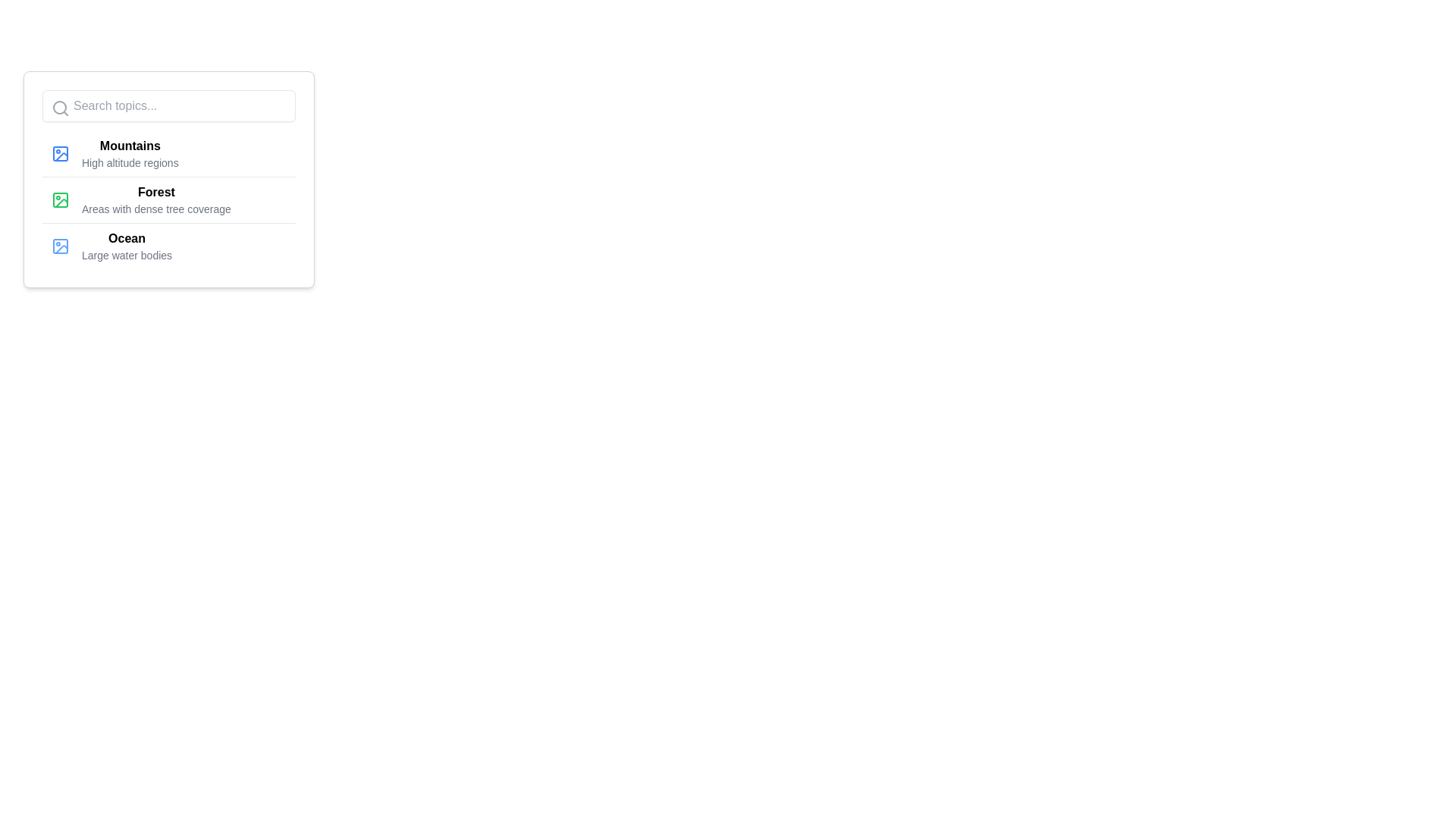 The height and width of the screenshot is (819, 1456). I want to click on the list item labeled 'Forest' with the subtitle 'Areas with dense tree coverage', so click(168, 199).